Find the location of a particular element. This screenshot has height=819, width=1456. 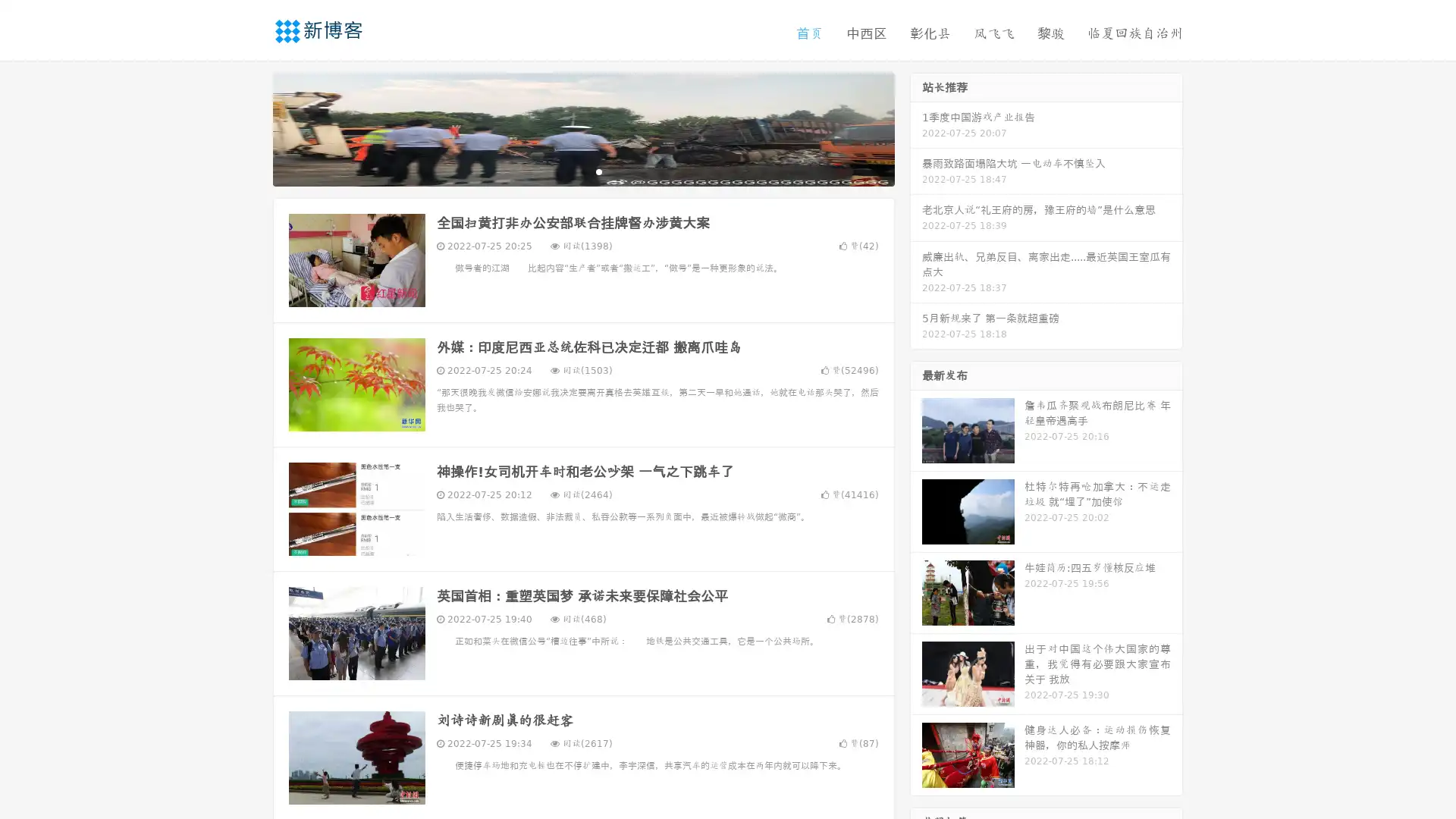

Previous slide is located at coordinates (250, 127).